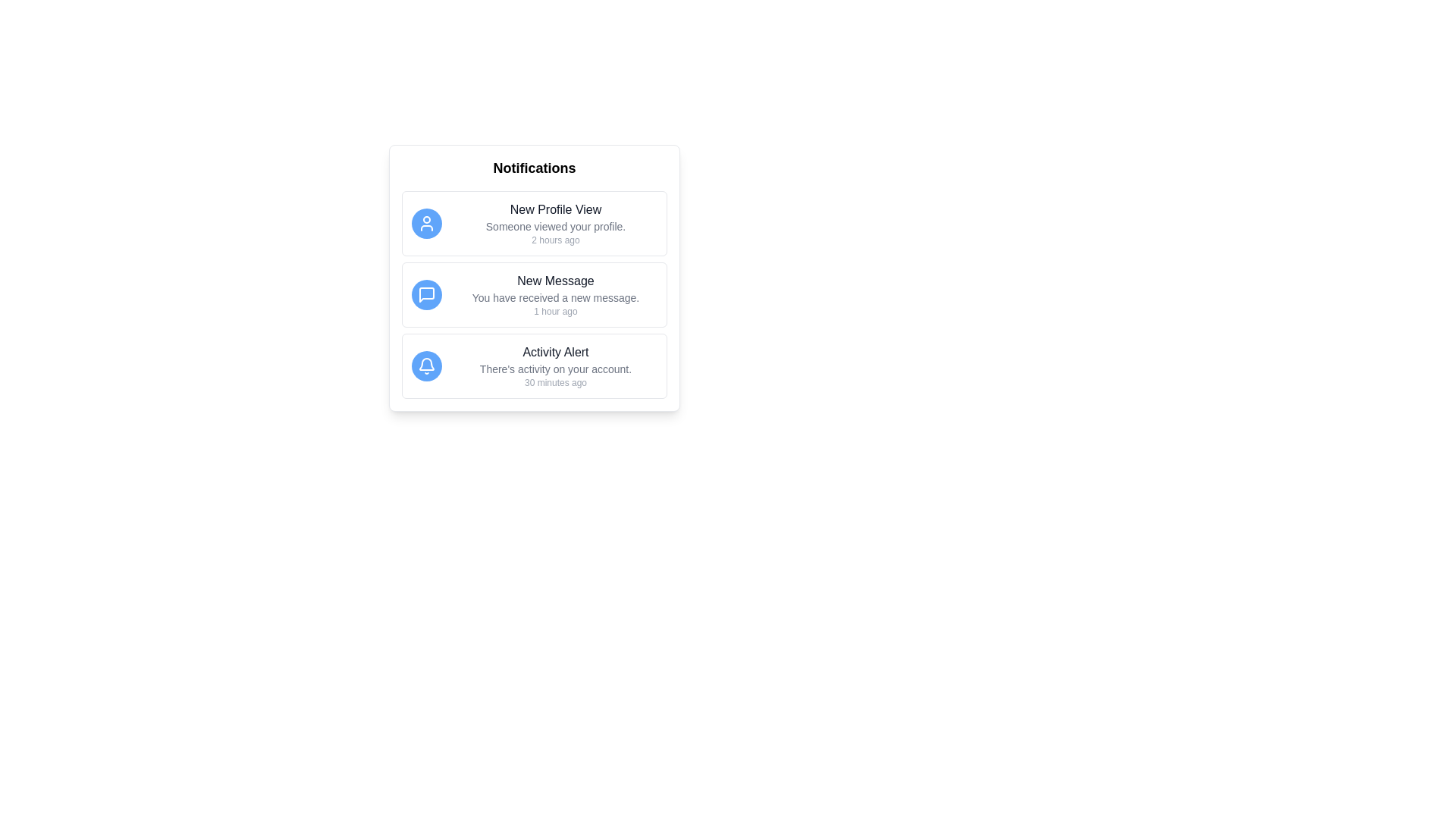 This screenshot has width=1456, height=819. What do you see at coordinates (535, 278) in the screenshot?
I see `the Notification list element that displays notifications styled in a white box with rounded corners, containing sections for each notification with an icon, title, description, and timestamp` at bounding box center [535, 278].